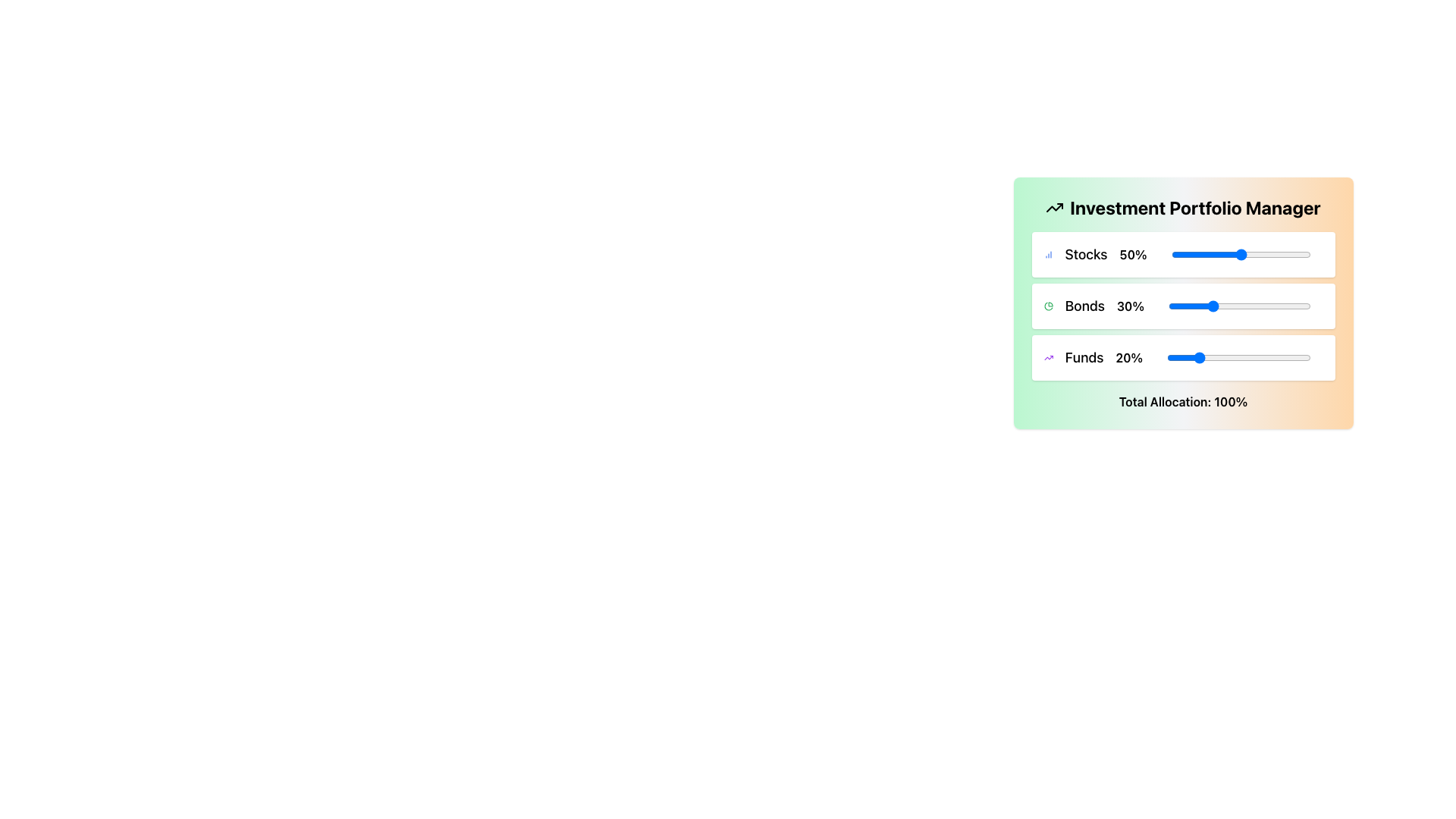  Describe the element at coordinates (1084, 357) in the screenshot. I see `the 'Funds' text label, which is prominently displayed in bold, large font size, located within the third row of the allocation list, to the left of the '20%' percentage text` at that location.